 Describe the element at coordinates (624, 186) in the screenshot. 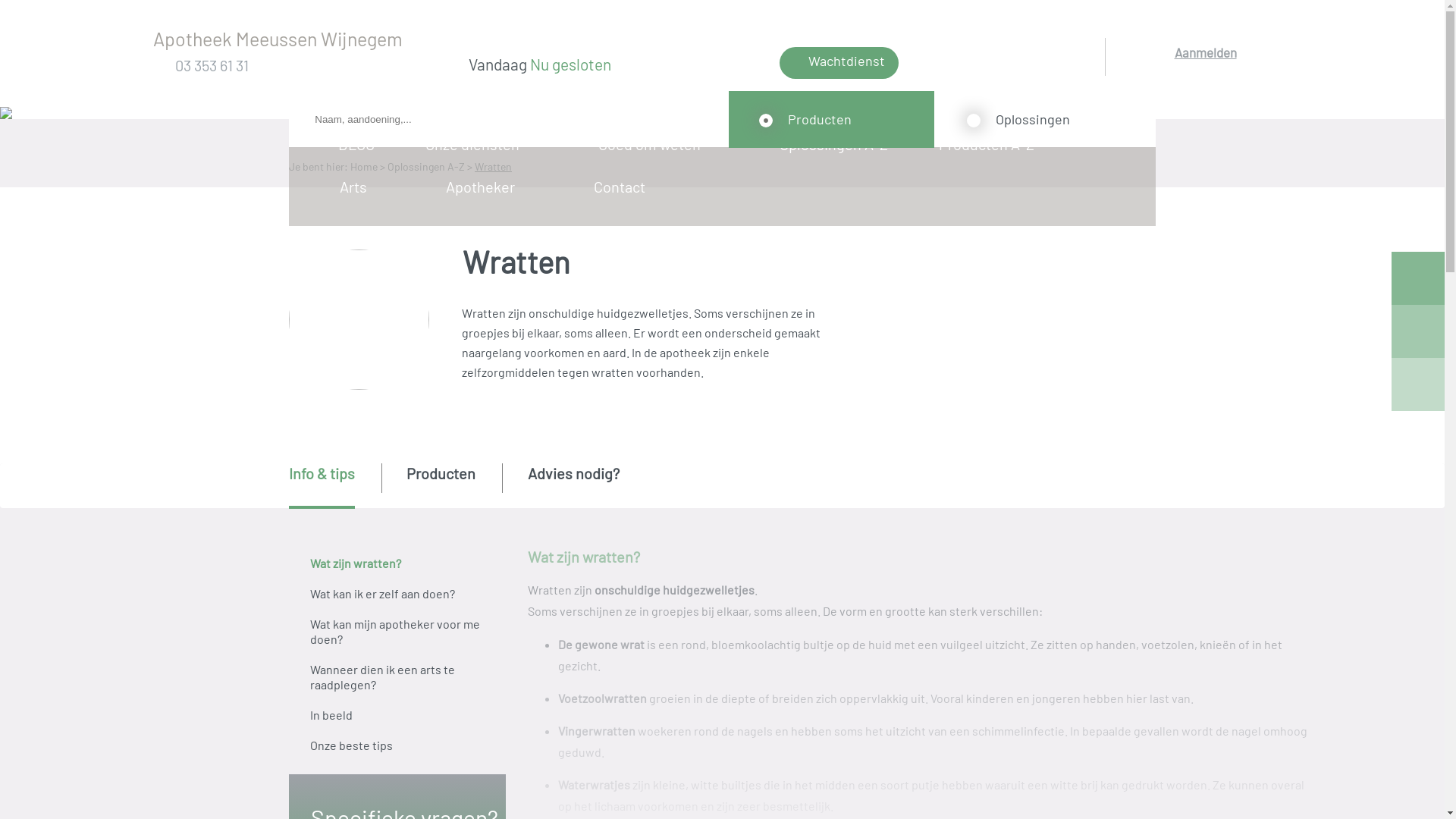

I see `'Contact'` at that location.